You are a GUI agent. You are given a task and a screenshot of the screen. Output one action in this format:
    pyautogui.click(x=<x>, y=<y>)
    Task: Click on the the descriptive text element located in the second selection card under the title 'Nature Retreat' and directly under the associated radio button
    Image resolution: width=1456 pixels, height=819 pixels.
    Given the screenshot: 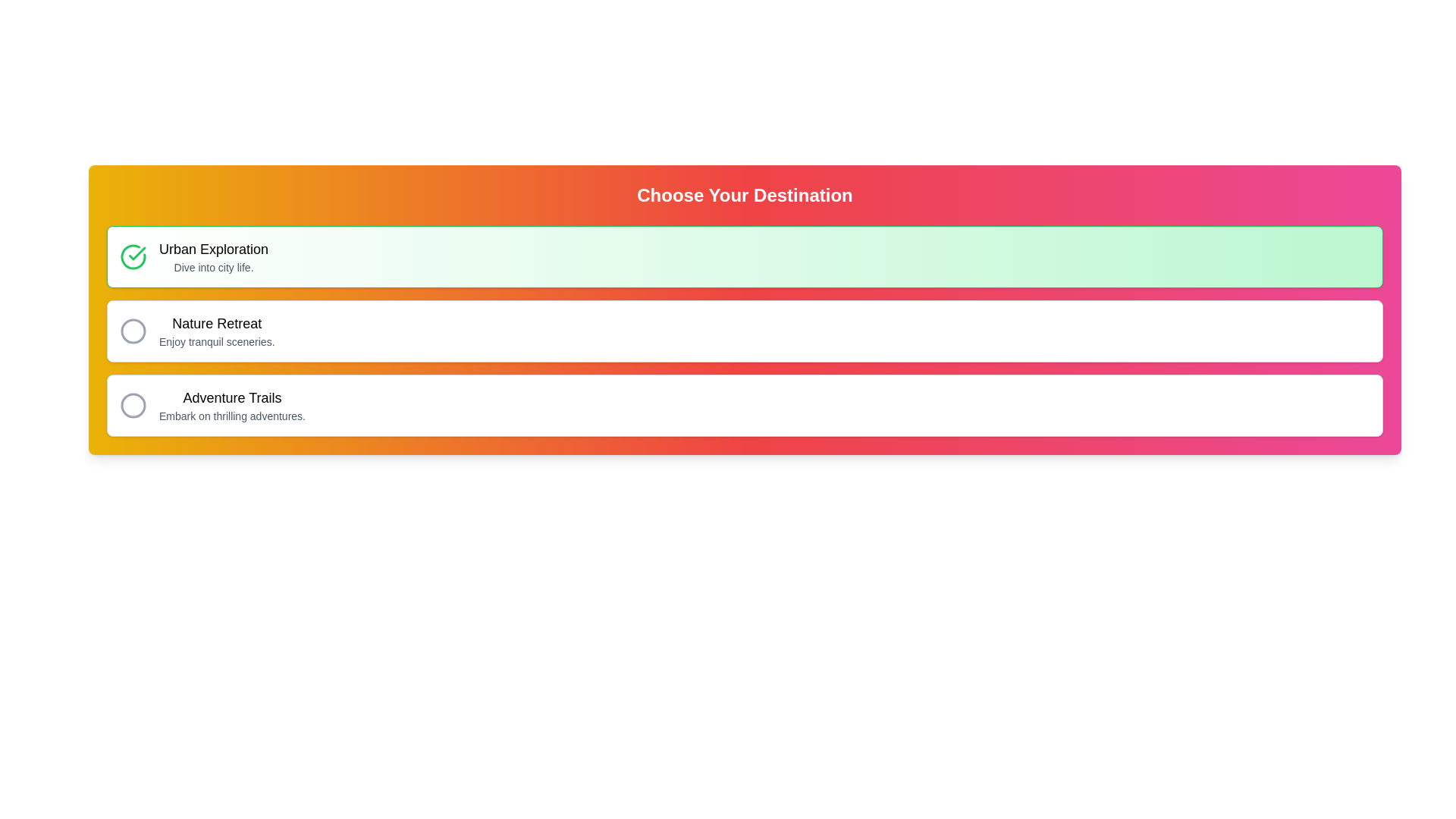 What is the action you would take?
    pyautogui.click(x=216, y=342)
    